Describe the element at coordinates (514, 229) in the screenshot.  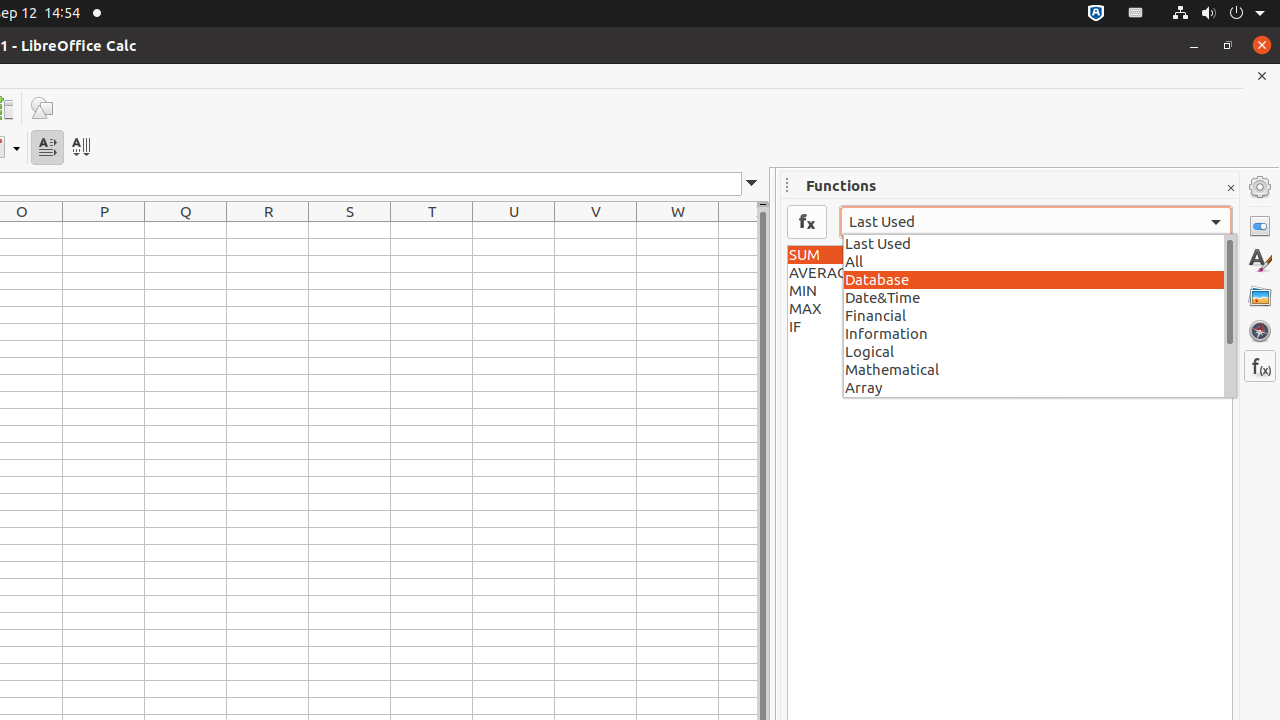
I see `'U1'` at that location.